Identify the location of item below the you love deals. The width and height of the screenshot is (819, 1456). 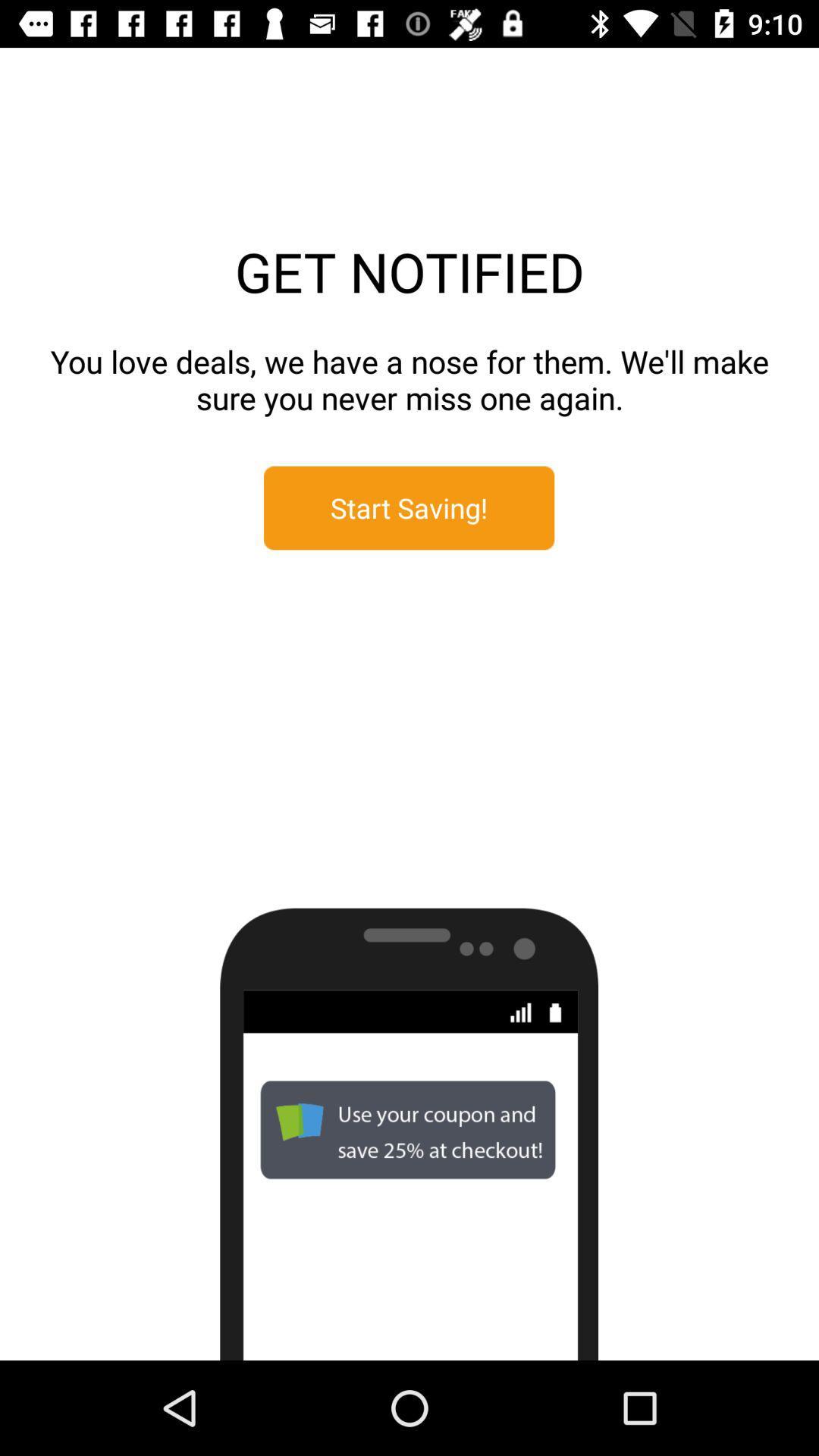
(408, 508).